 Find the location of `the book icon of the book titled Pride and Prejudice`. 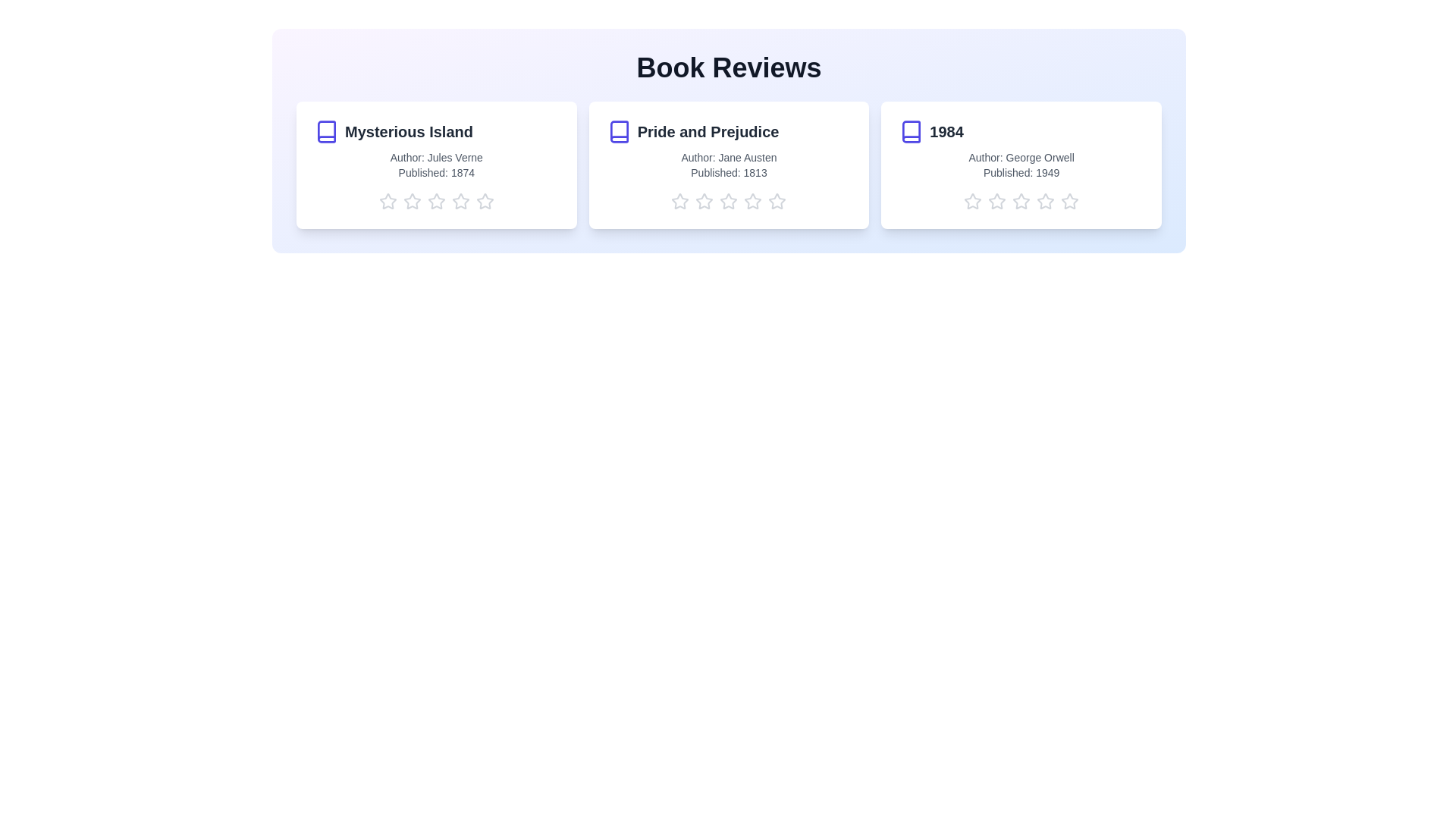

the book icon of the book titled Pride and Prejudice is located at coordinates (619, 130).